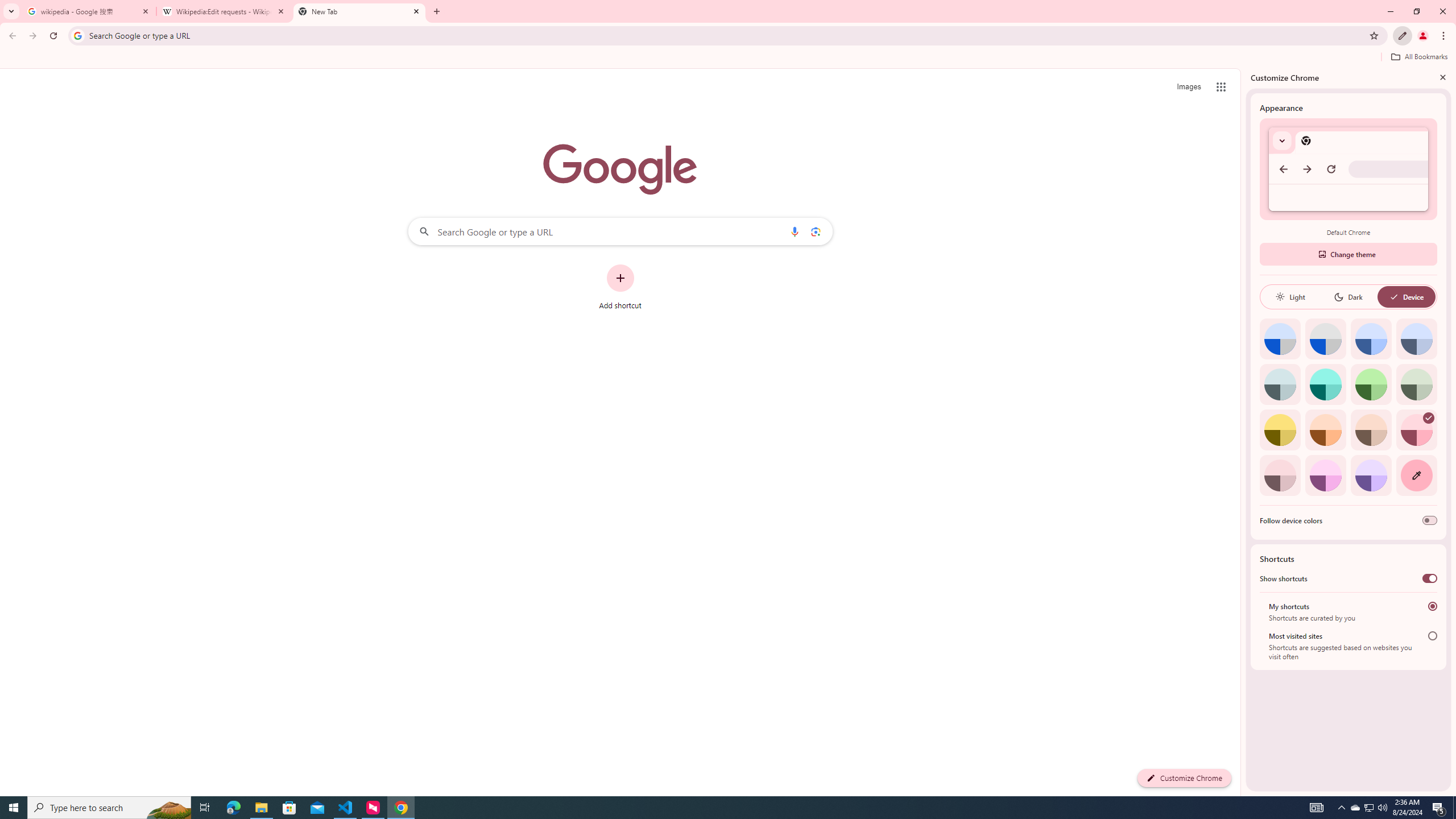  What do you see at coordinates (1416, 338) in the screenshot?
I see `'Cool grey'` at bounding box center [1416, 338].